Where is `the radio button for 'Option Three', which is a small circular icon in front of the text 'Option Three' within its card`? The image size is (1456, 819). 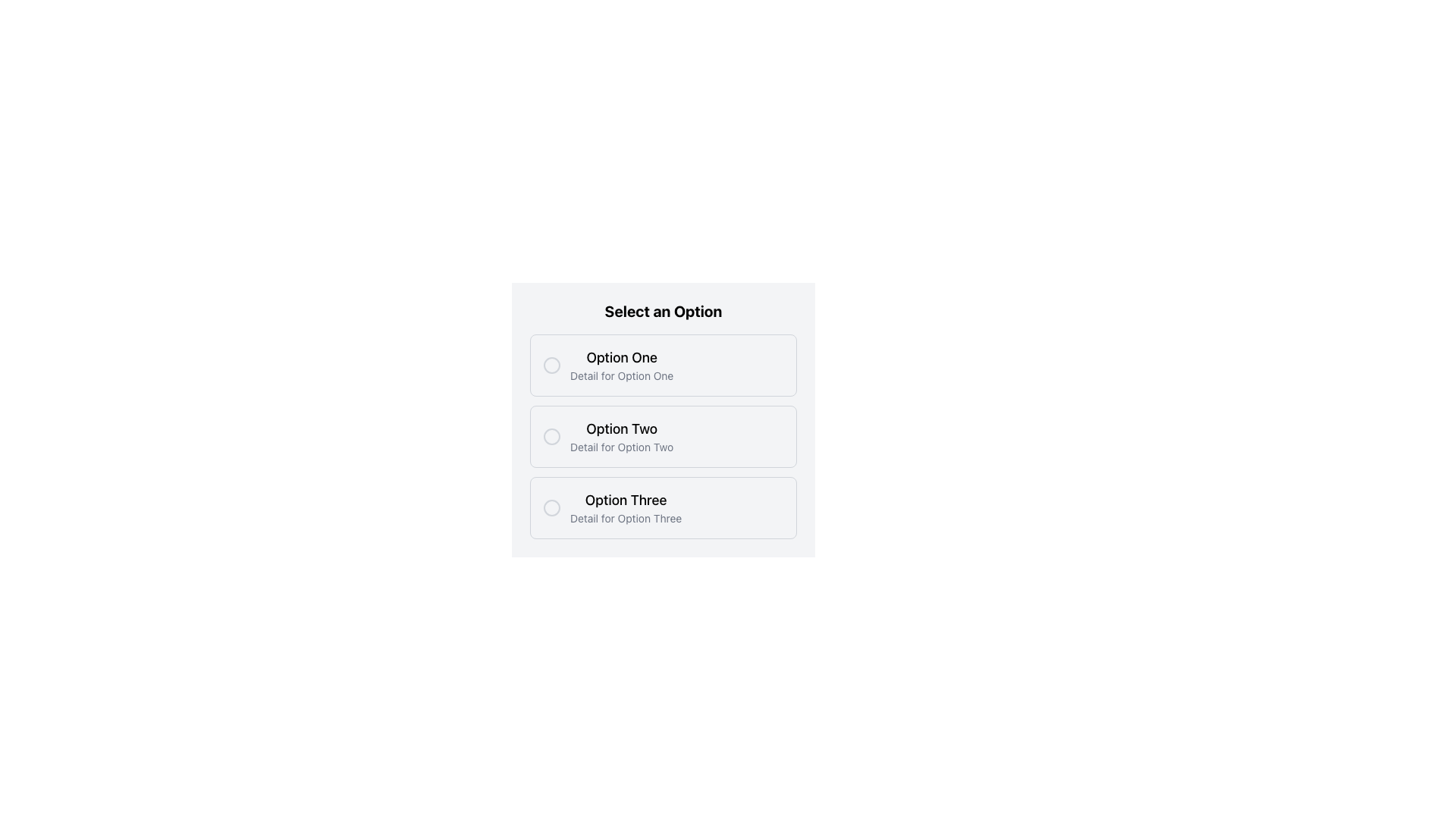
the radio button for 'Option Three', which is a small circular icon in front of the text 'Option Three' within its card is located at coordinates (551, 508).